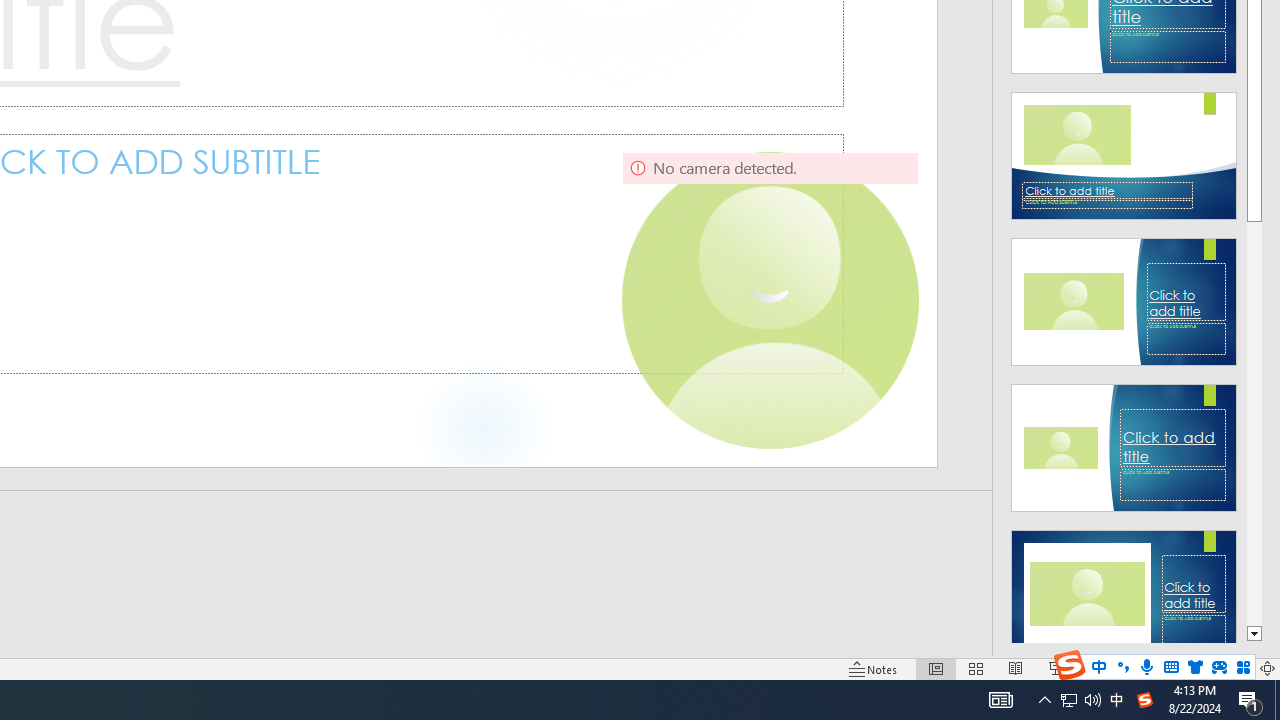 This screenshot has height=720, width=1280. What do you see at coordinates (1253, 634) in the screenshot?
I see `'Line down'` at bounding box center [1253, 634].